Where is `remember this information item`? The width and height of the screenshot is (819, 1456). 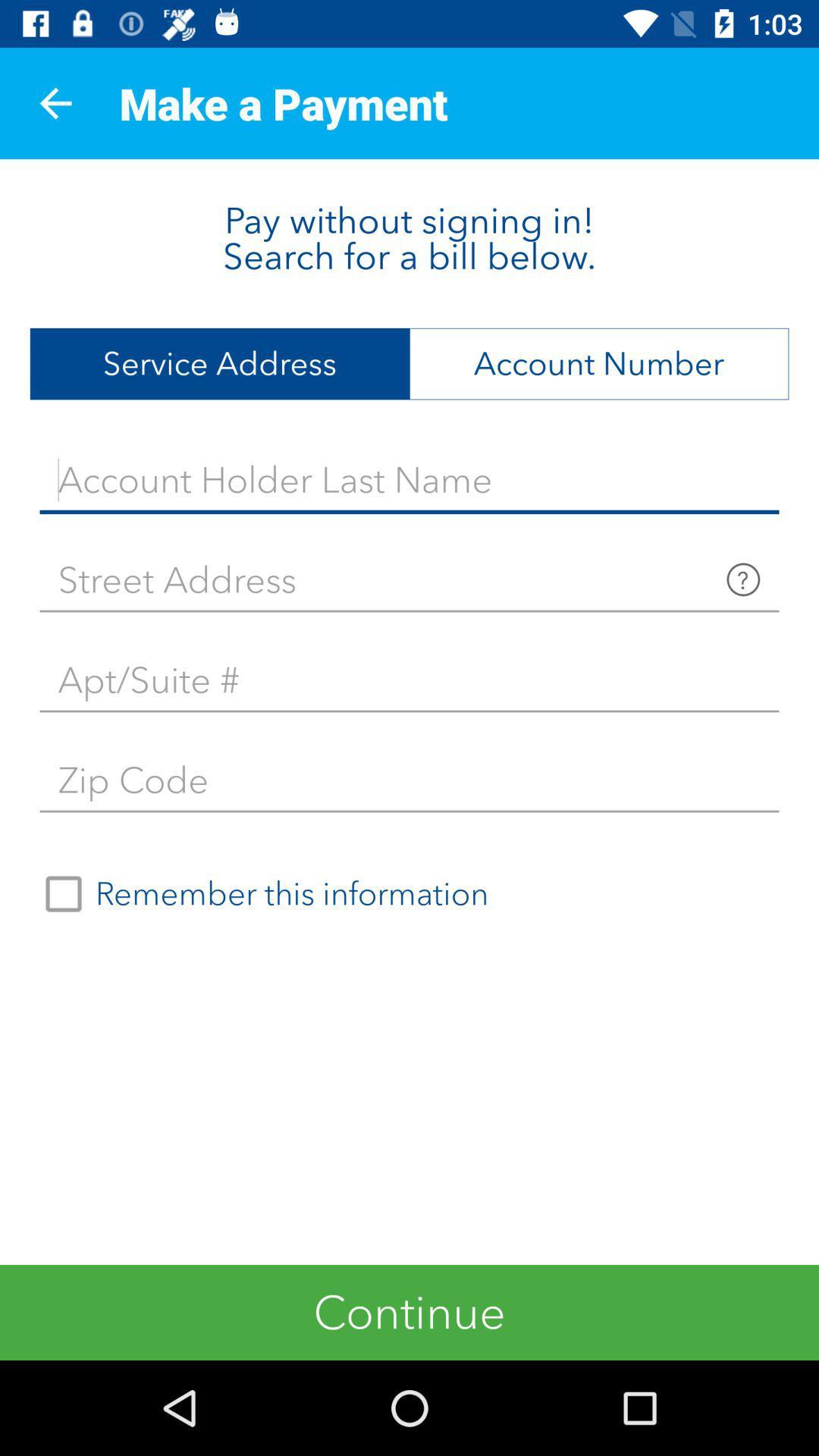 remember this information item is located at coordinates (259, 894).